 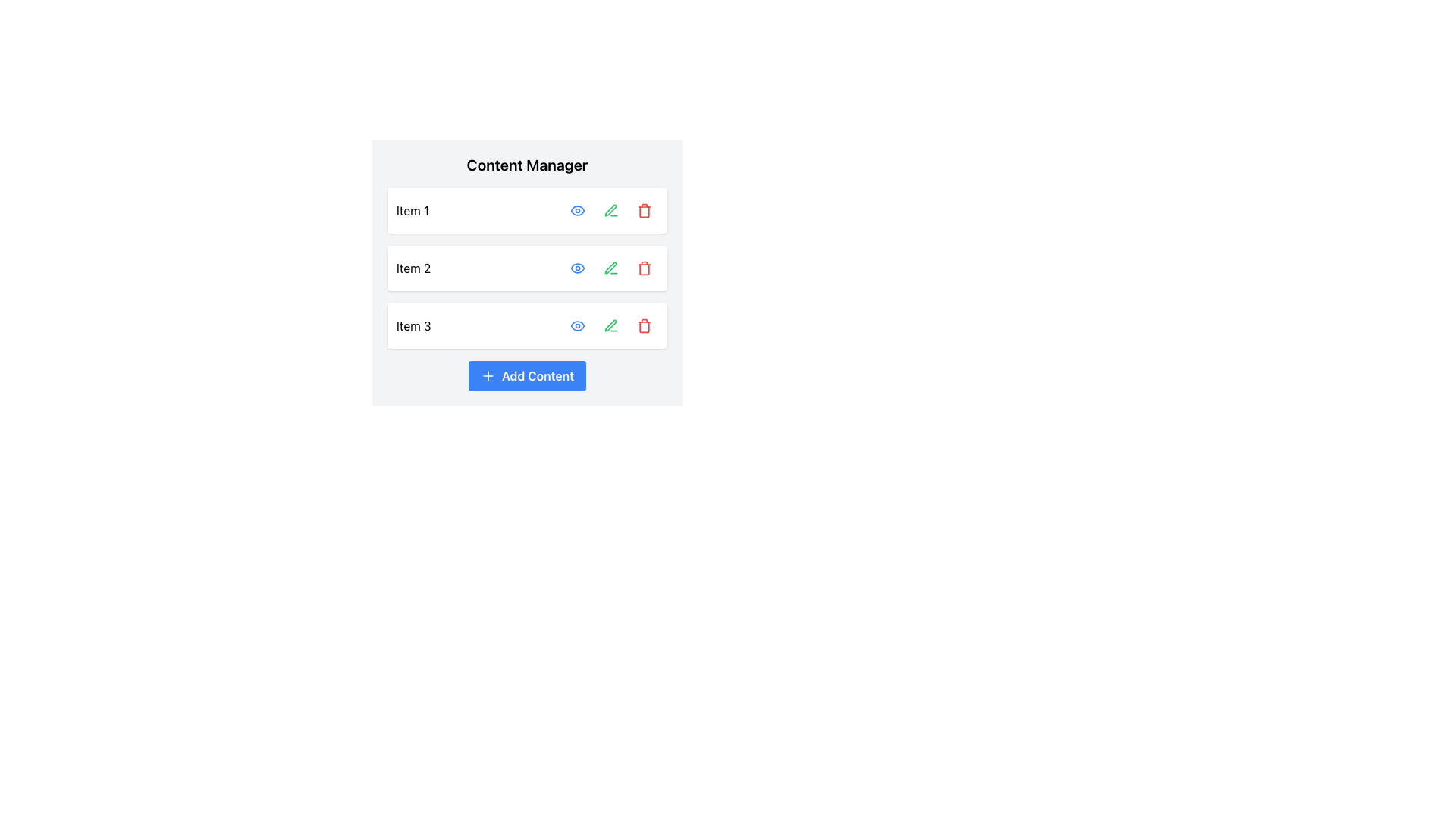 I want to click on the edit button for 'Item 1' in the Content Manager interface, so click(x=611, y=210).